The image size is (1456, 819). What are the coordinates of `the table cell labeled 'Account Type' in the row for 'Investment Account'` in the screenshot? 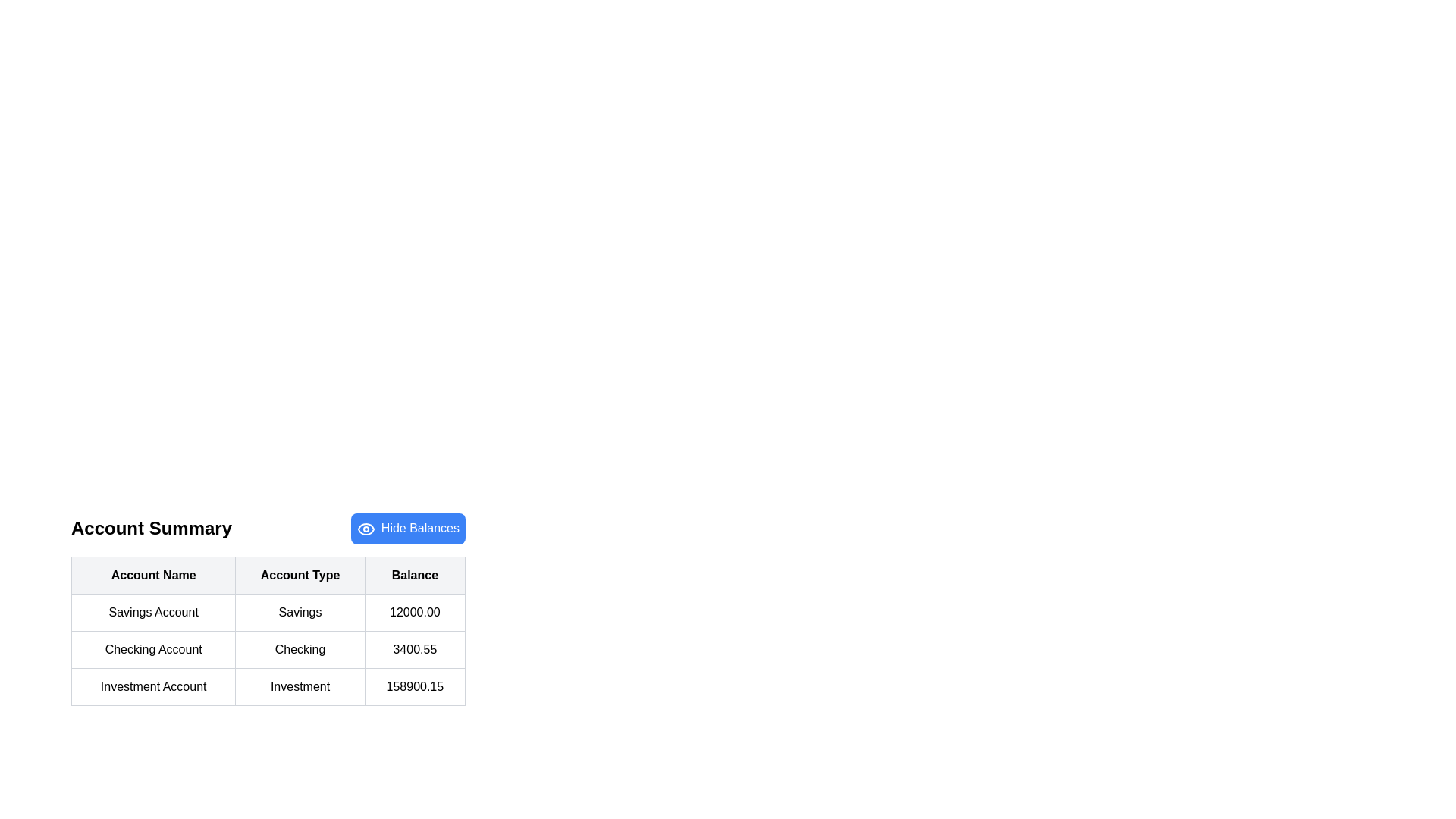 It's located at (300, 686).